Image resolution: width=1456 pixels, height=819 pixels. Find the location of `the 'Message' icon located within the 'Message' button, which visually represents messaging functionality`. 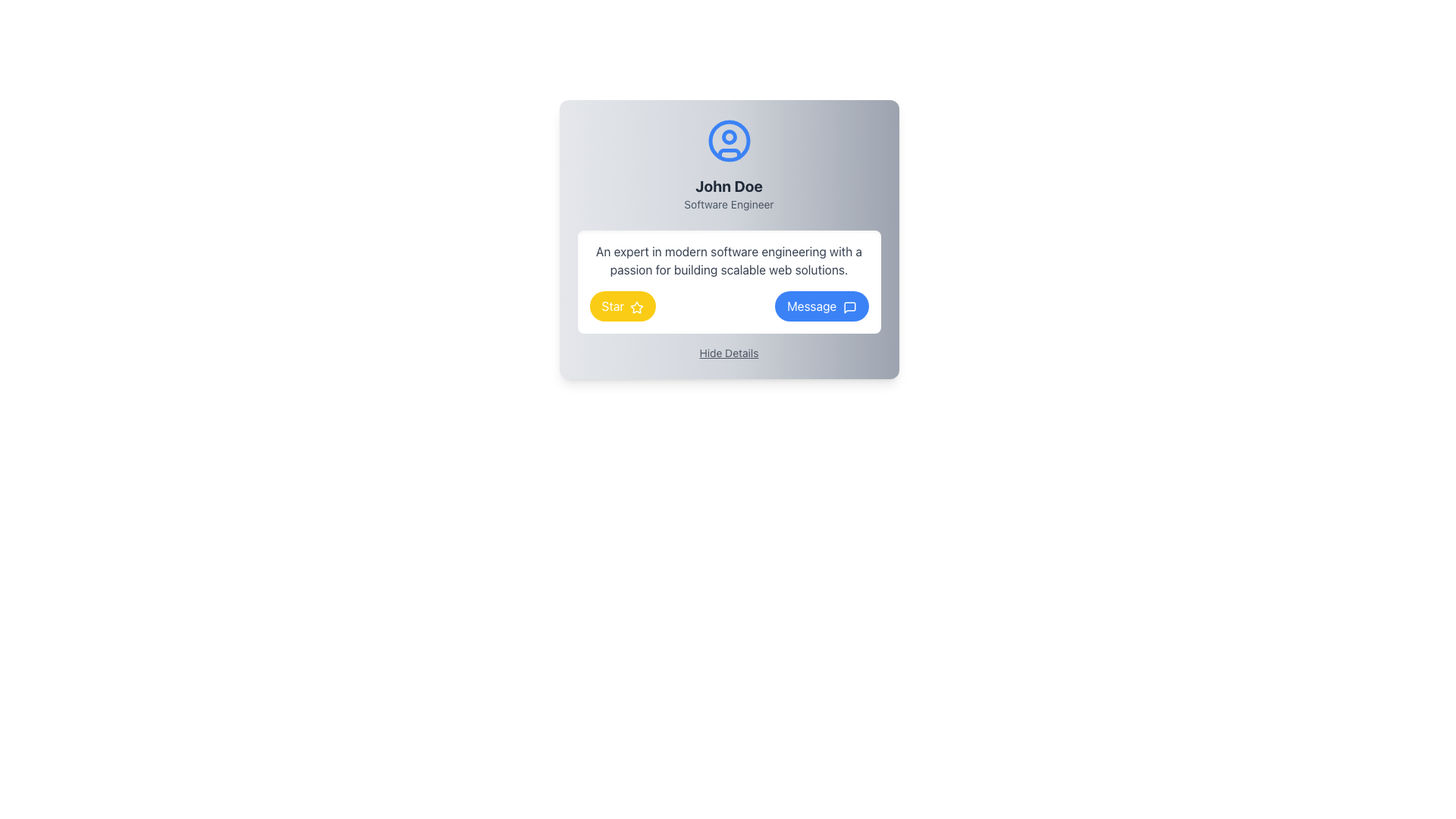

the 'Message' icon located within the 'Message' button, which visually represents messaging functionality is located at coordinates (849, 307).